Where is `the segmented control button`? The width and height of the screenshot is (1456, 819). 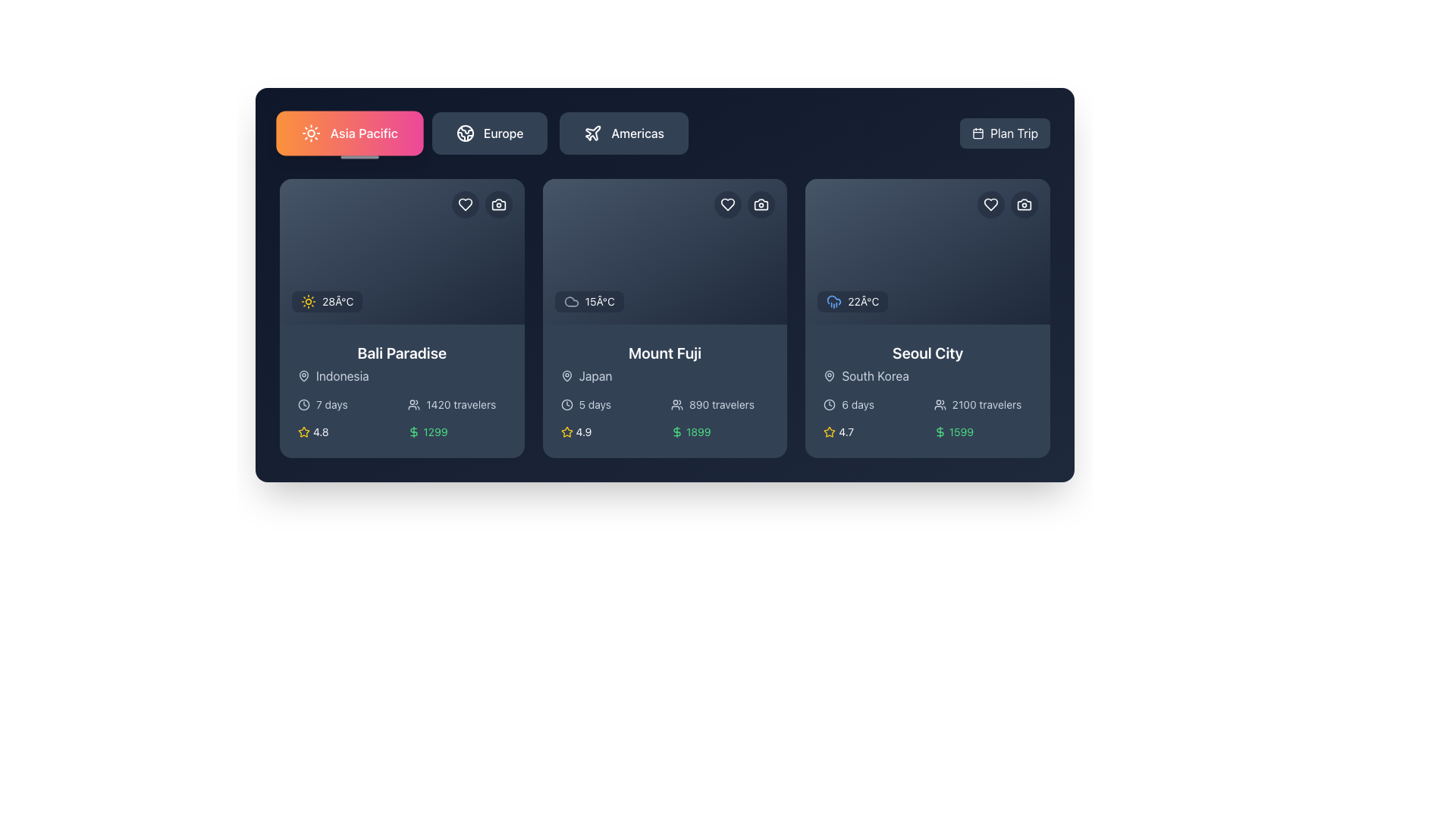
the segmented control button is located at coordinates (483, 133).